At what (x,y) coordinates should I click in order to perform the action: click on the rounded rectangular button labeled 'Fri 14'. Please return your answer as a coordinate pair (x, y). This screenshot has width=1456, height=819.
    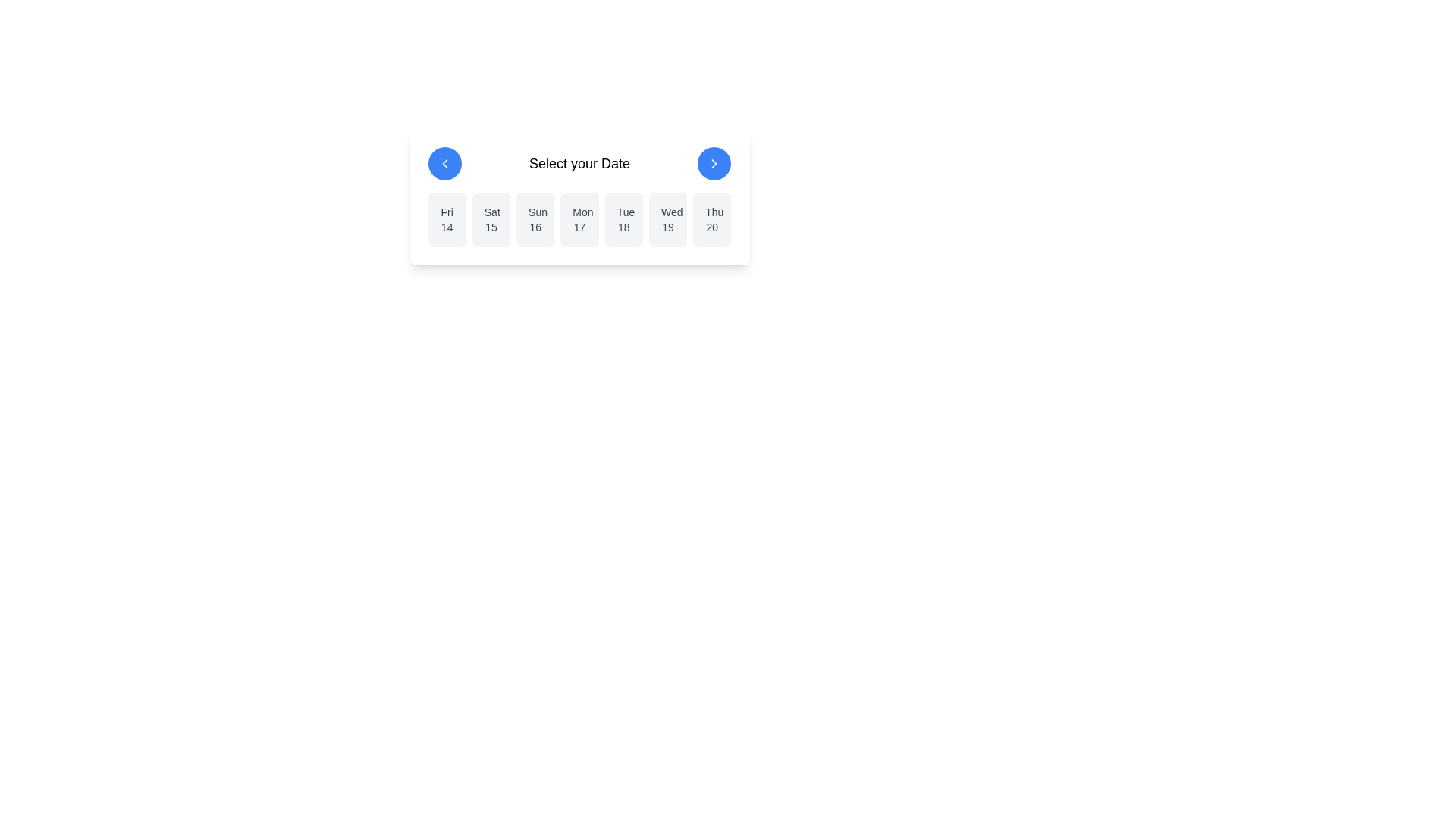
    Looking at the image, I should click on (446, 219).